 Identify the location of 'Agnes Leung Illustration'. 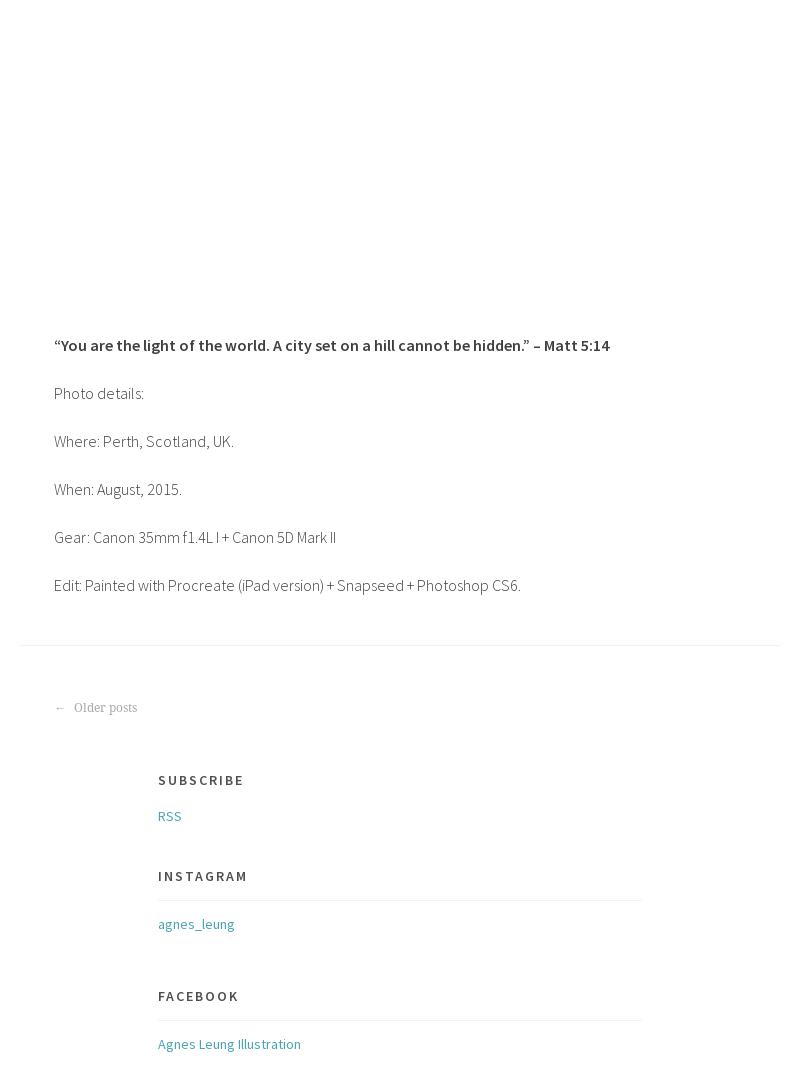
(228, 1043).